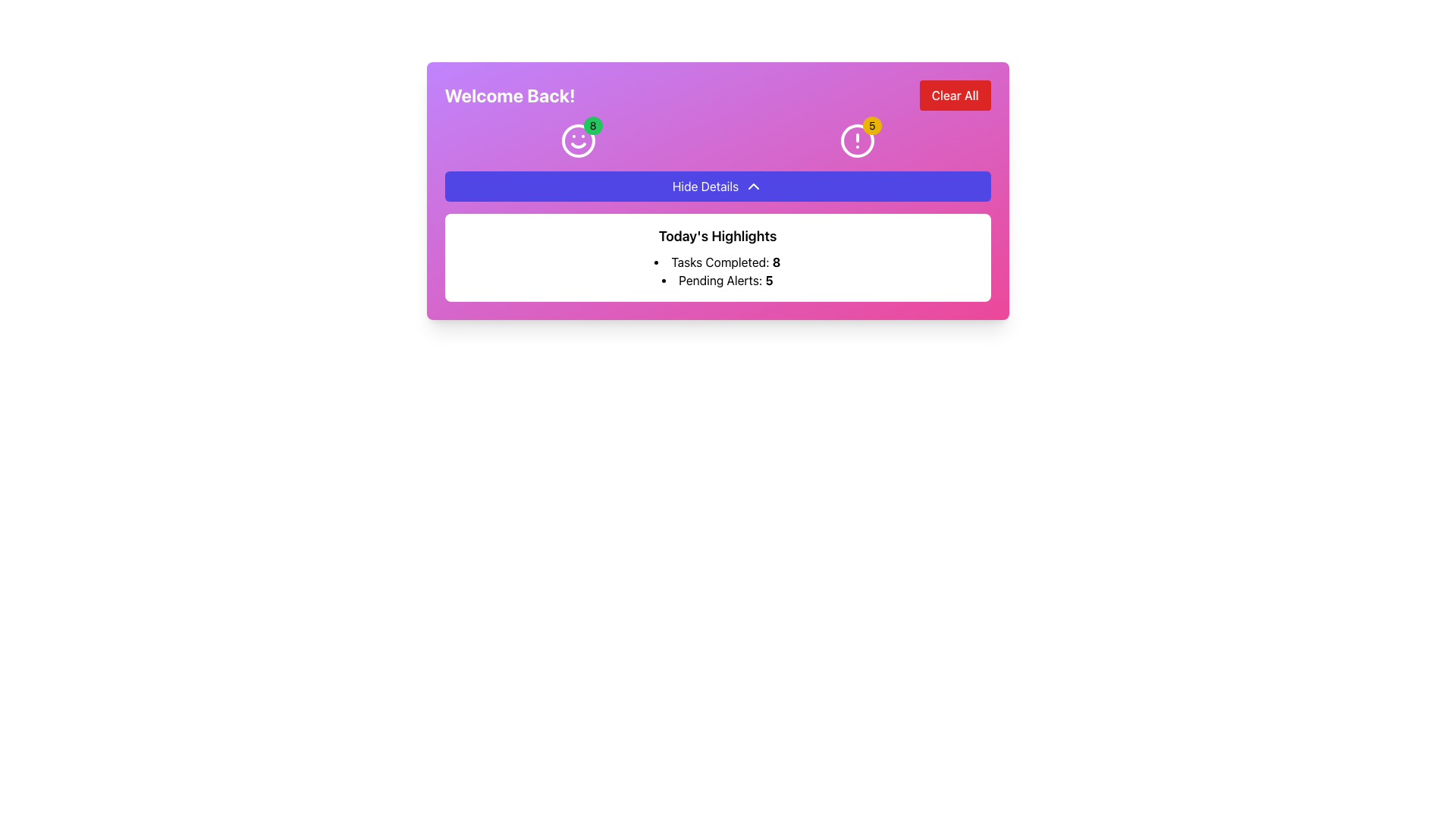  Describe the element at coordinates (872, 124) in the screenshot. I see `number displayed on the Notification badge located at the top-right corner of the circular icon with an exclamation mark inside, which is on the card that says 'Welcome Back!'` at that location.